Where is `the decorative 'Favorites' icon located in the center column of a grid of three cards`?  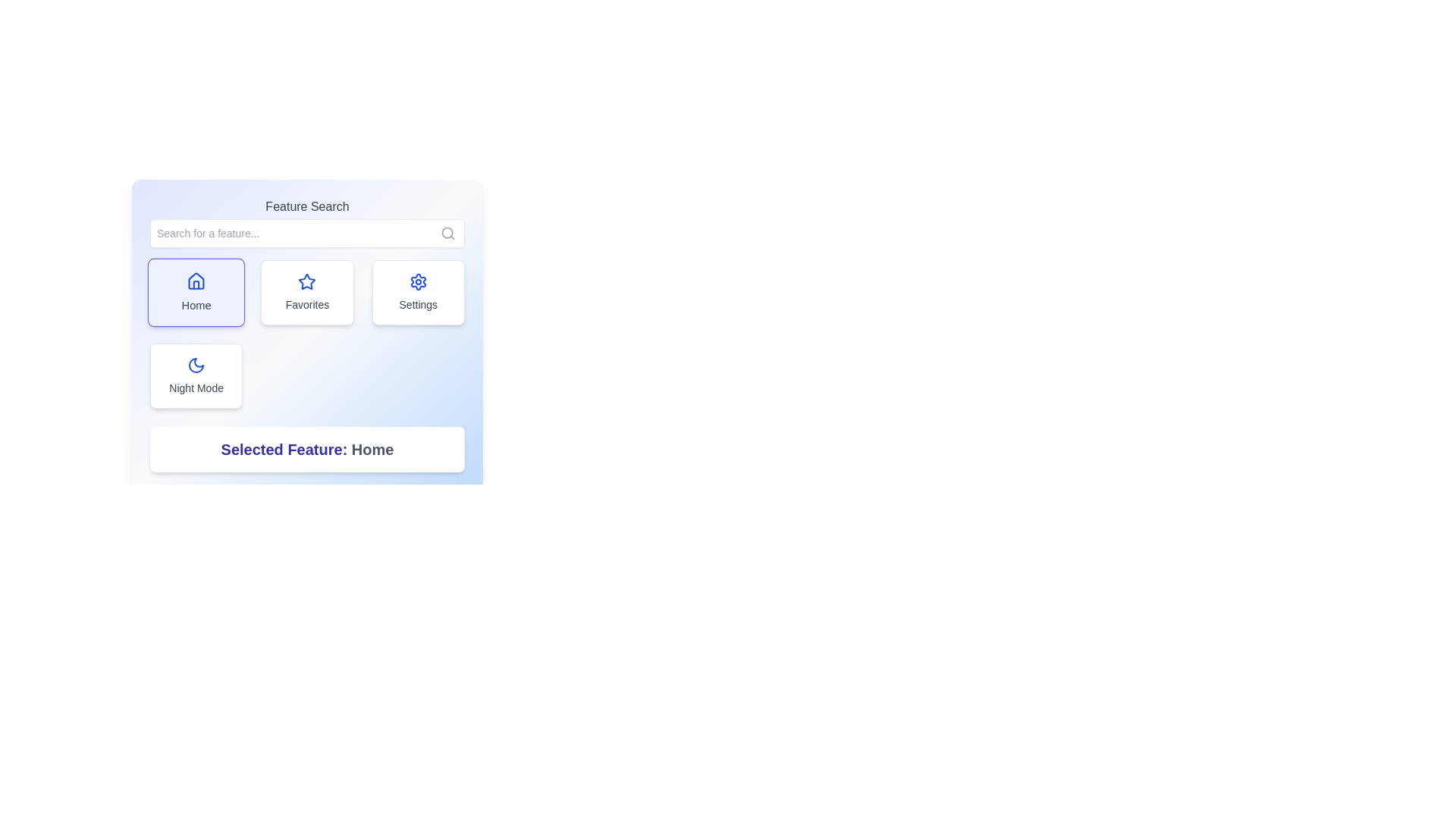
the decorative 'Favorites' icon located in the center column of a grid of three cards is located at coordinates (306, 281).